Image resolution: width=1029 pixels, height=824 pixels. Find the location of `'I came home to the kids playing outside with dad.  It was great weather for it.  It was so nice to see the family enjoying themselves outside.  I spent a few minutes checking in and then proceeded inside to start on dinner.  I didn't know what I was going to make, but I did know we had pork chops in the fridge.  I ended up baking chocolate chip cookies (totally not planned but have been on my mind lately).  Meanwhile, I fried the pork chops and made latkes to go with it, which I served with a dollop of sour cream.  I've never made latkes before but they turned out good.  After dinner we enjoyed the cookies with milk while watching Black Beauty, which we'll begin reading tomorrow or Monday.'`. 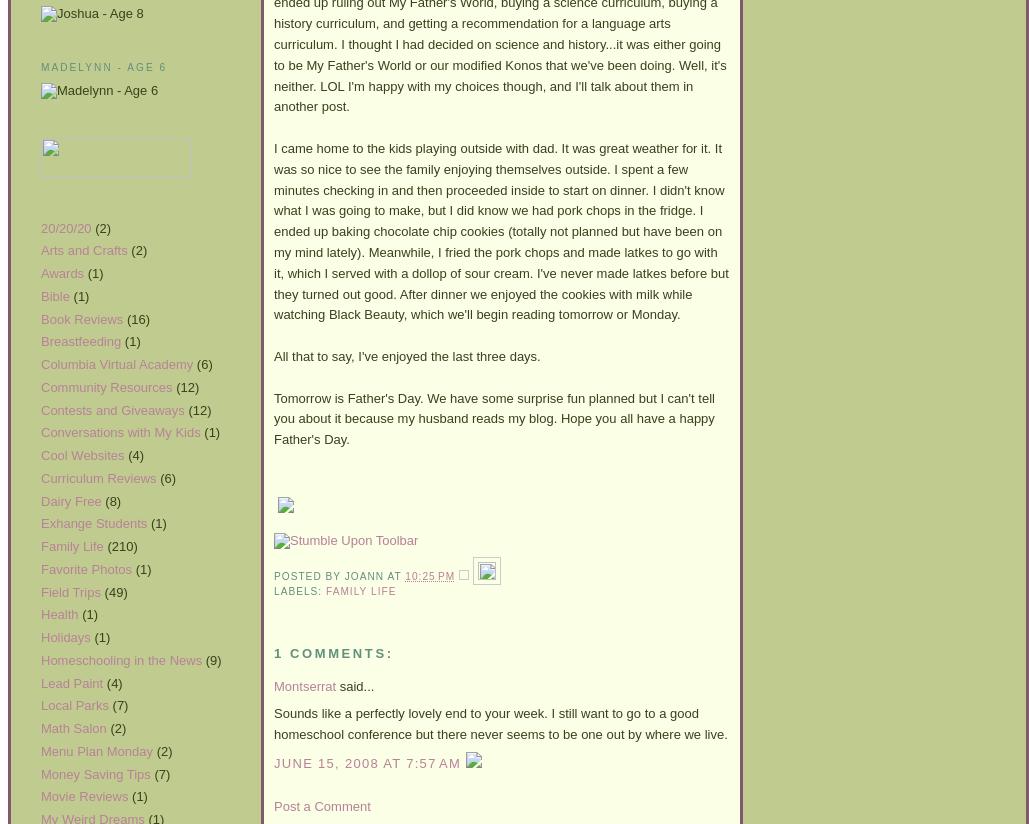

'I came home to the kids playing outside with dad.  It was great weather for it.  It was so nice to see the family enjoying themselves outside.  I spent a few minutes checking in and then proceeded inside to start on dinner.  I didn't know what I was going to make, but I did know we had pork chops in the fridge.  I ended up baking chocolate chip cookies (totally not planned but have been on my mind lately).  Meanwhile, I fried the pork chops and made latkes to go with it, which I served with a dollop of sour cream.  I've never made latkes before but they turned out good.  After dinner we enjoyed the cookies with milk while watching Black Beauty, which we'll begin reading tomorrow or Monday.' is located at coordinates (273, 229).